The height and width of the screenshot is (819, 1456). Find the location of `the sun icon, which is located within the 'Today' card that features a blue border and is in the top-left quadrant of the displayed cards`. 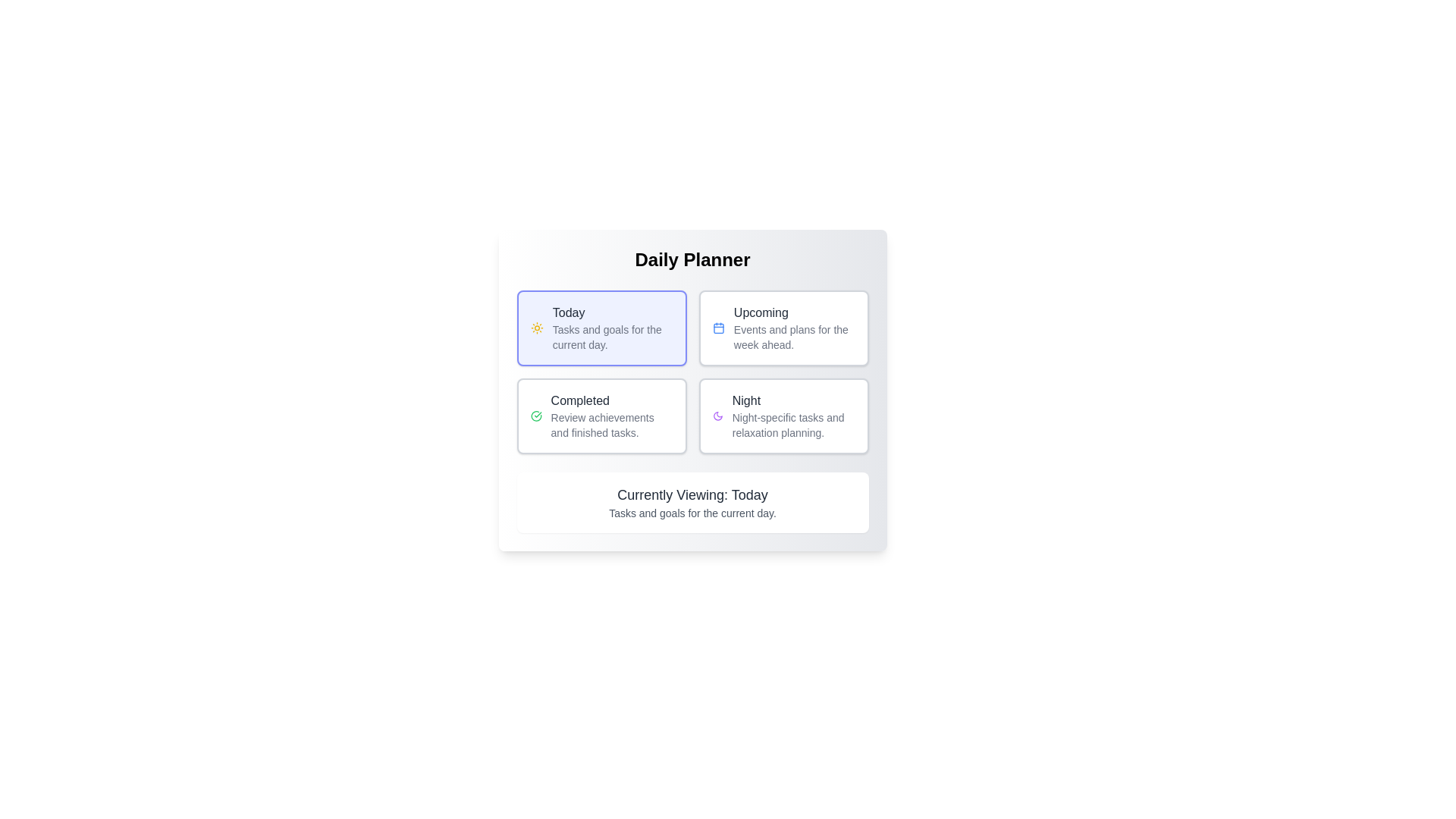

the sun icon, which is located within the 'Today' card that features a blue border and is in the top-left quadrant of the displayed cards is located at coordinates (537, 327).